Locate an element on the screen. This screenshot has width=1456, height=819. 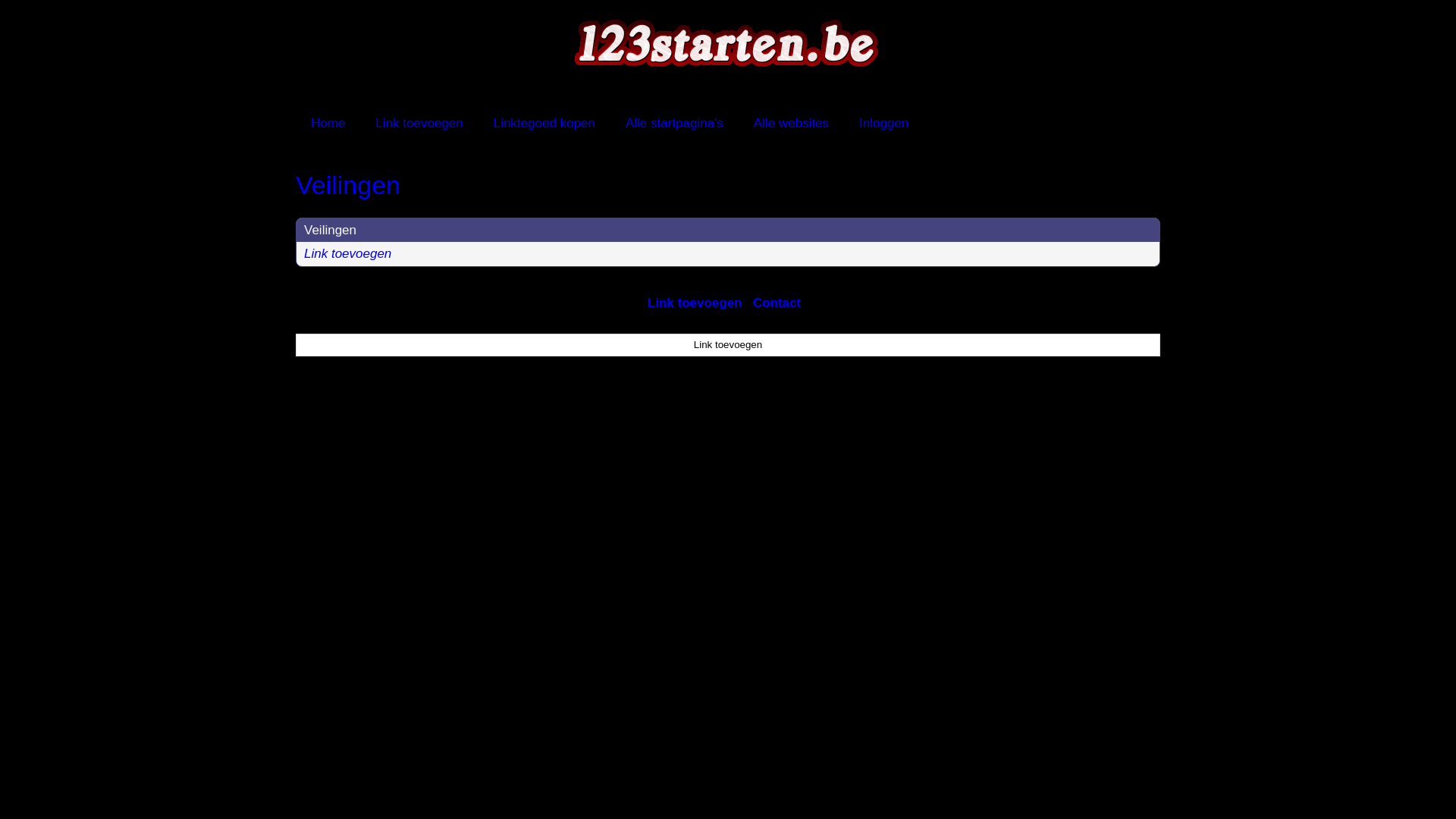
'Alle websites' is located at coordinates (790, 122).